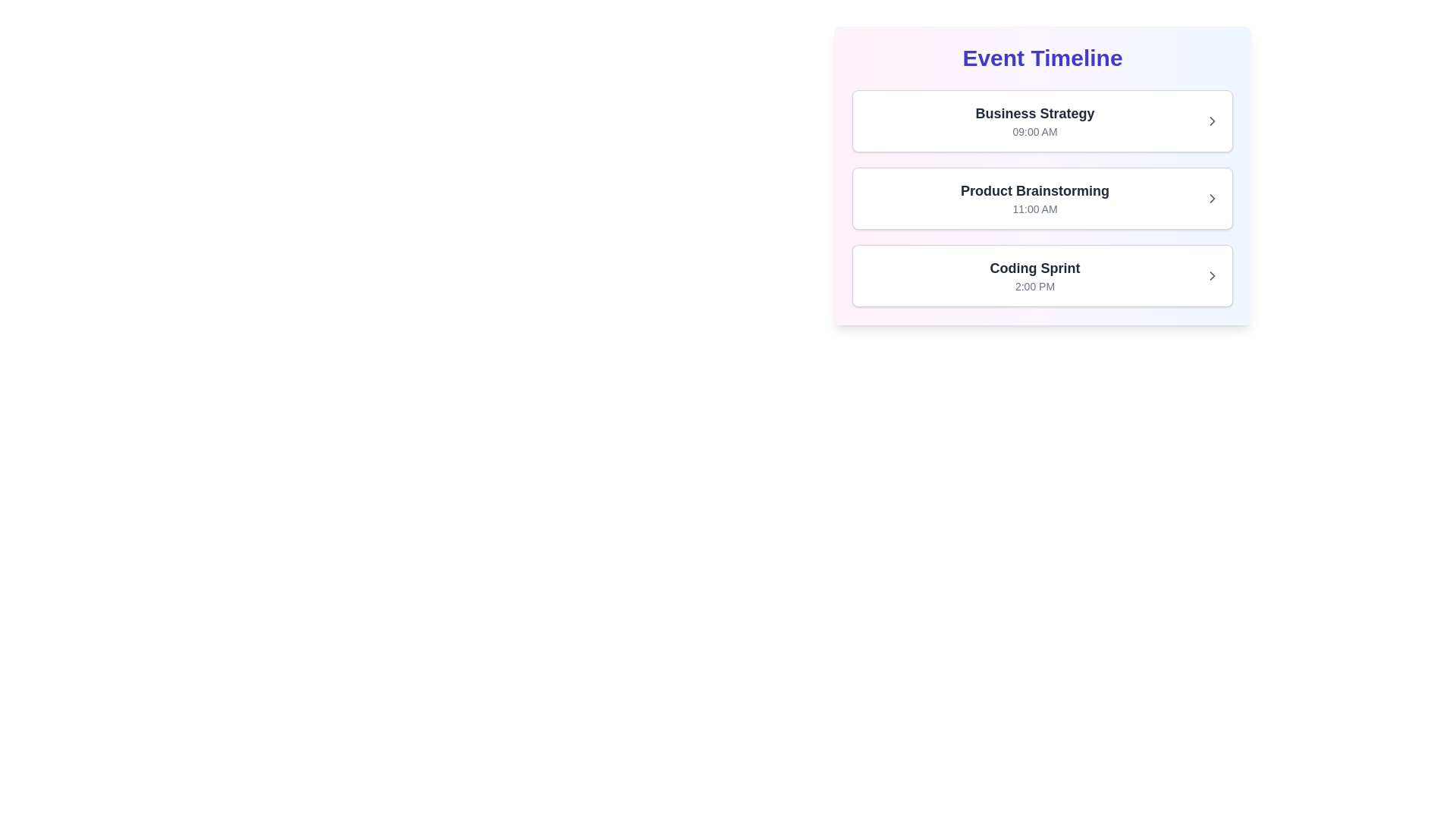 The height and width of the screenshot is (819, 1456). What do you see at coordinates (1041, 275) in the screenshot?
I see `the interactive list item representing the event 'Coding Sprint' scheduled for '2:00 PM'` at bounding box center [1041, 275].